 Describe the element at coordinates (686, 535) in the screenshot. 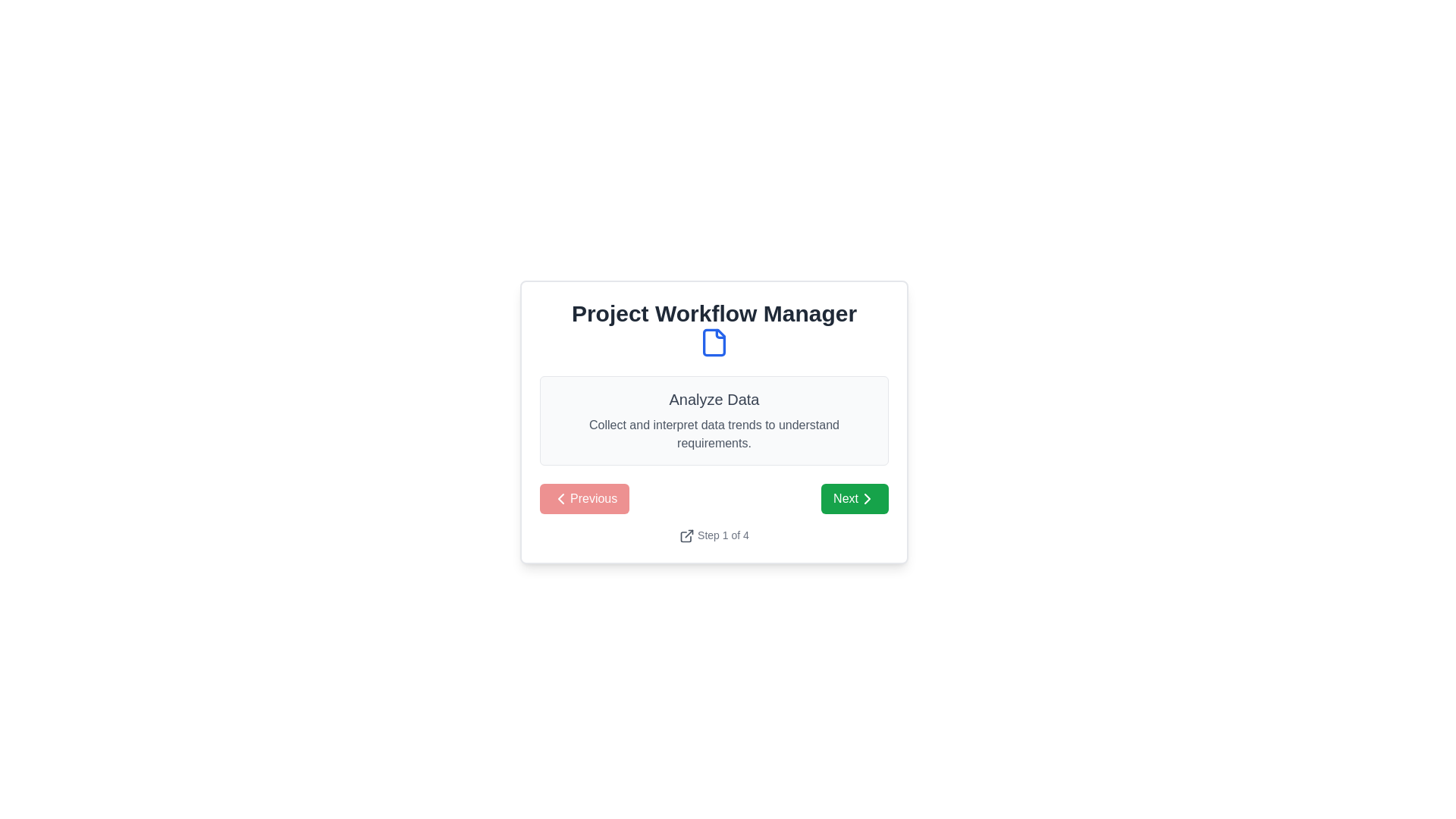

I see `the external link icon located to the immediate left of the text 'Step 1 of 4' within the 'mt-4 text-center' section` at that location.